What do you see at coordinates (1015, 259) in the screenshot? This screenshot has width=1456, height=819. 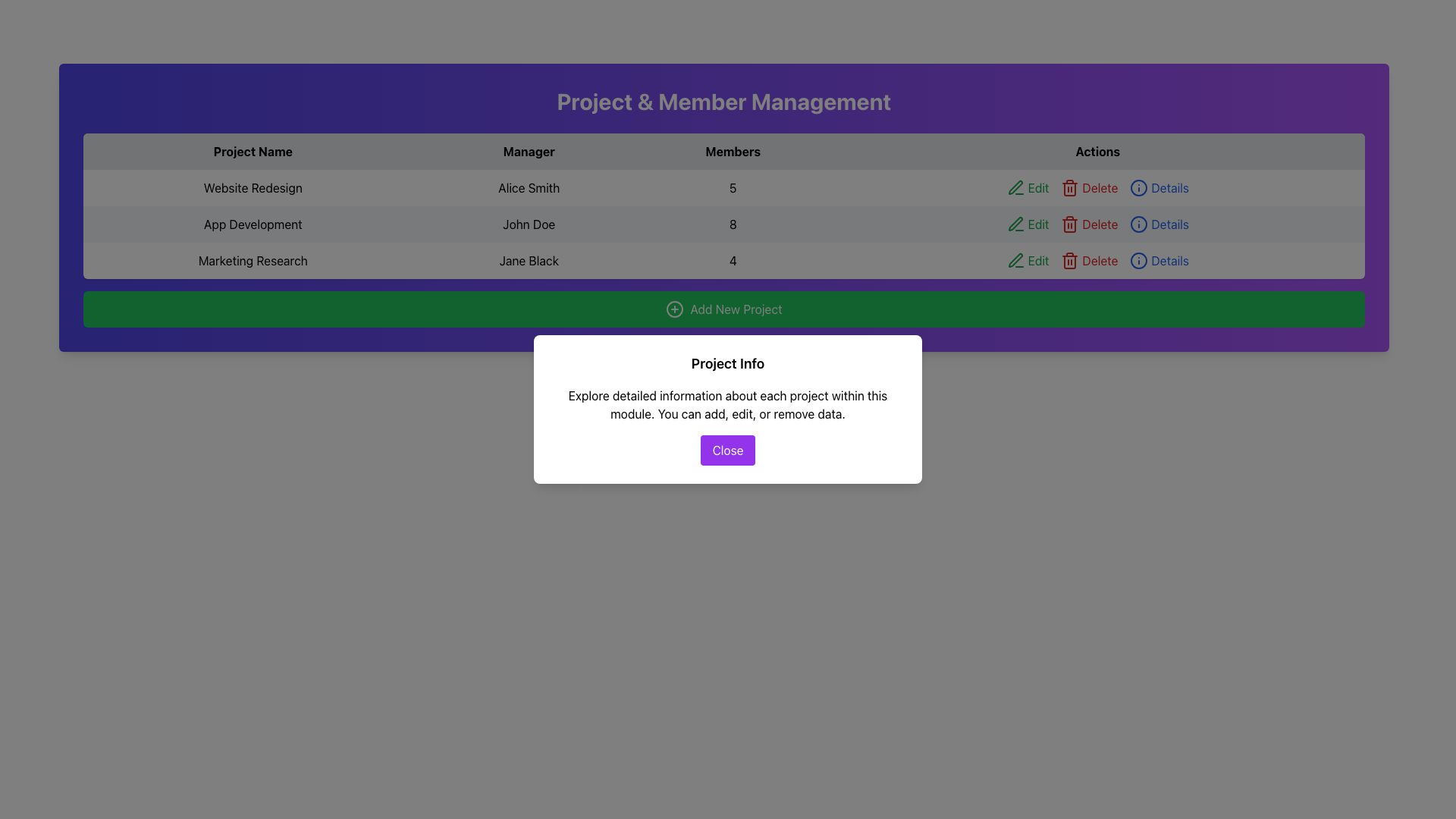 I see `the pen-shaped icon button in the 'Actions' column for the 'Marketing Research' project` at bounding box center [1015, 259].